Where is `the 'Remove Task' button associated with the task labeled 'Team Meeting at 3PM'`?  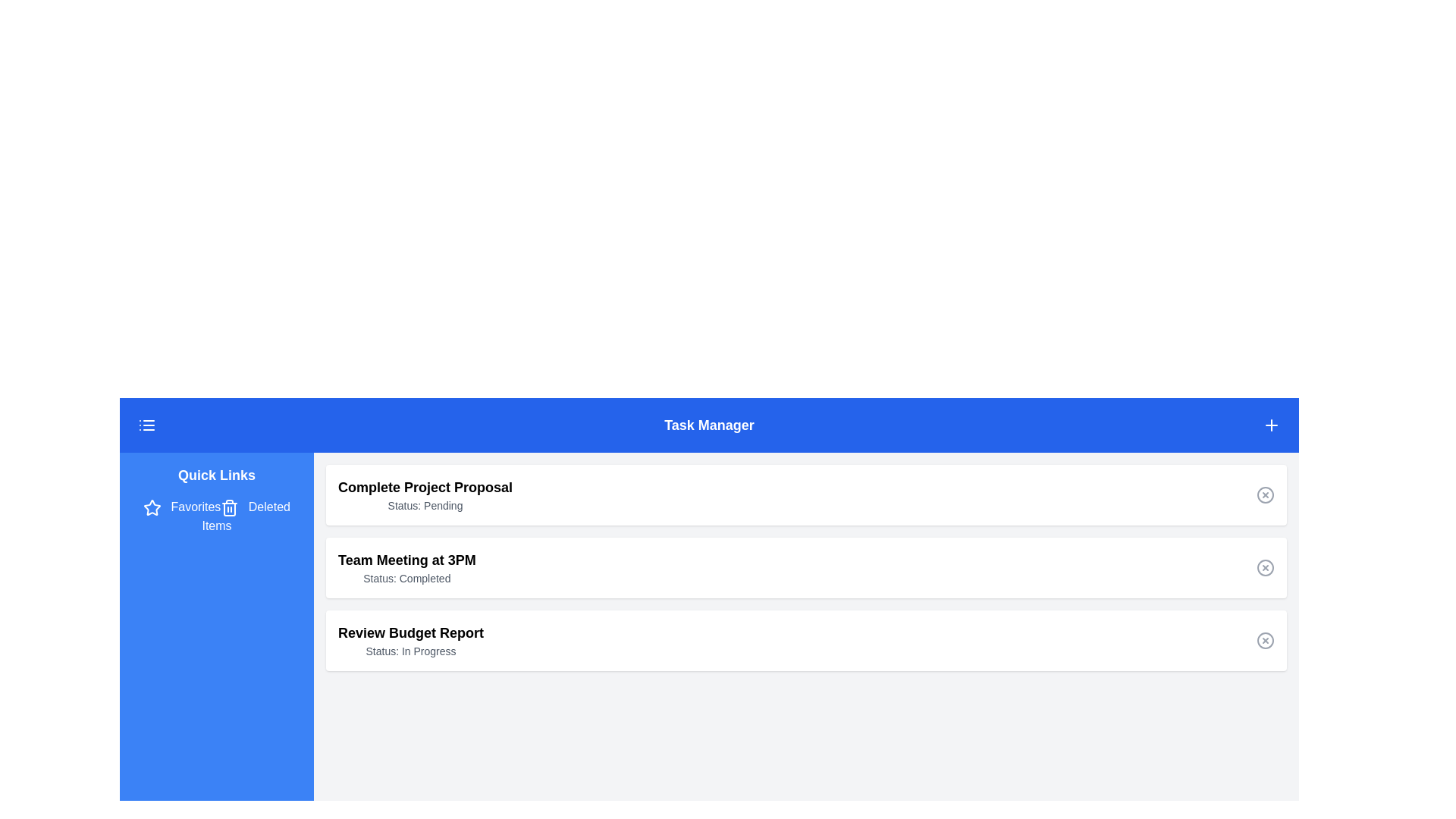
the 'Remove Task' button associated with the task labeled 'Team Meeting at 3PM' is located at coordinates (1266, 567).